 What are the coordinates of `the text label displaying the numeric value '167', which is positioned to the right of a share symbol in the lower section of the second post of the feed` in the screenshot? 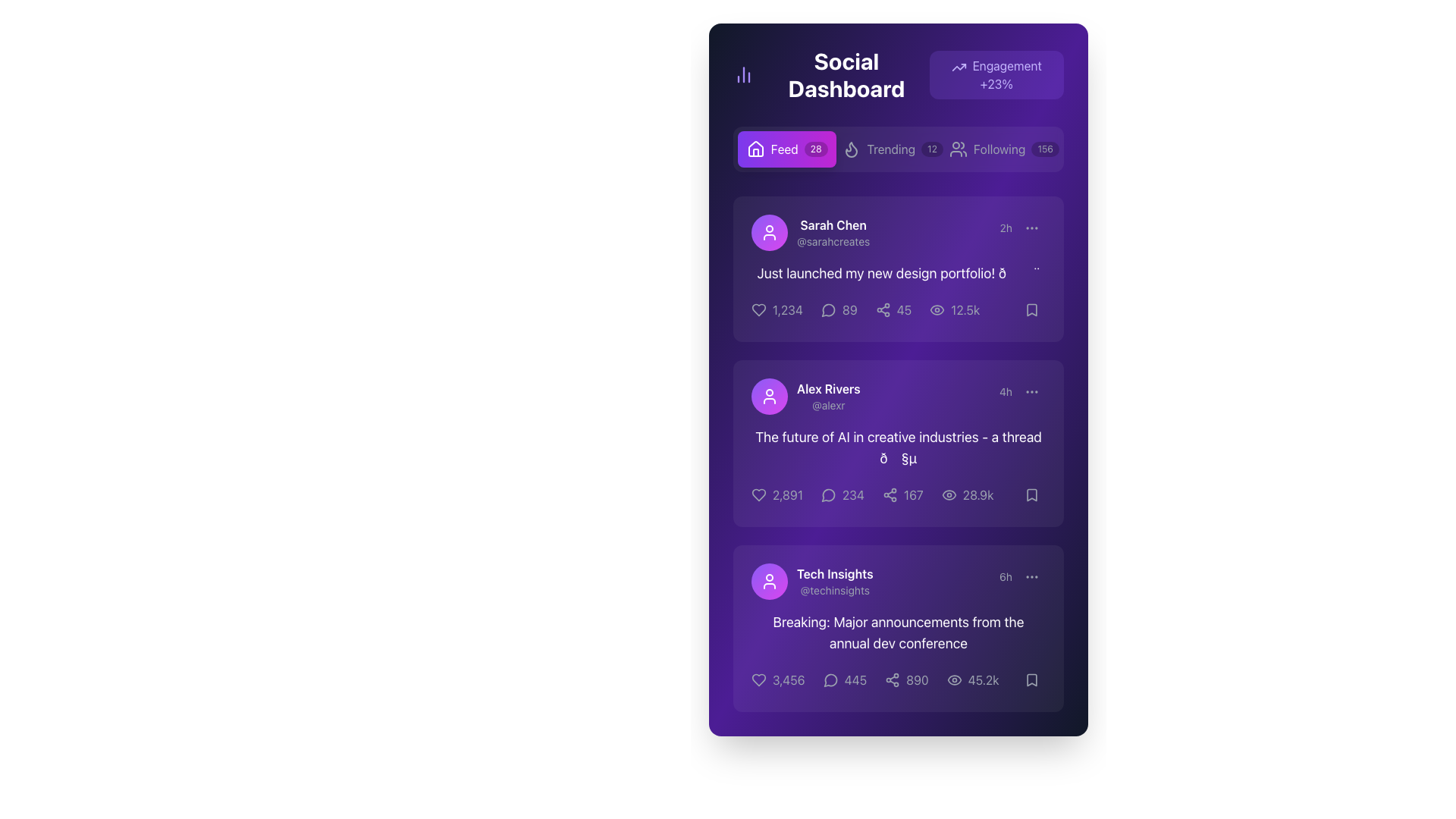 It's located at (912, 494).